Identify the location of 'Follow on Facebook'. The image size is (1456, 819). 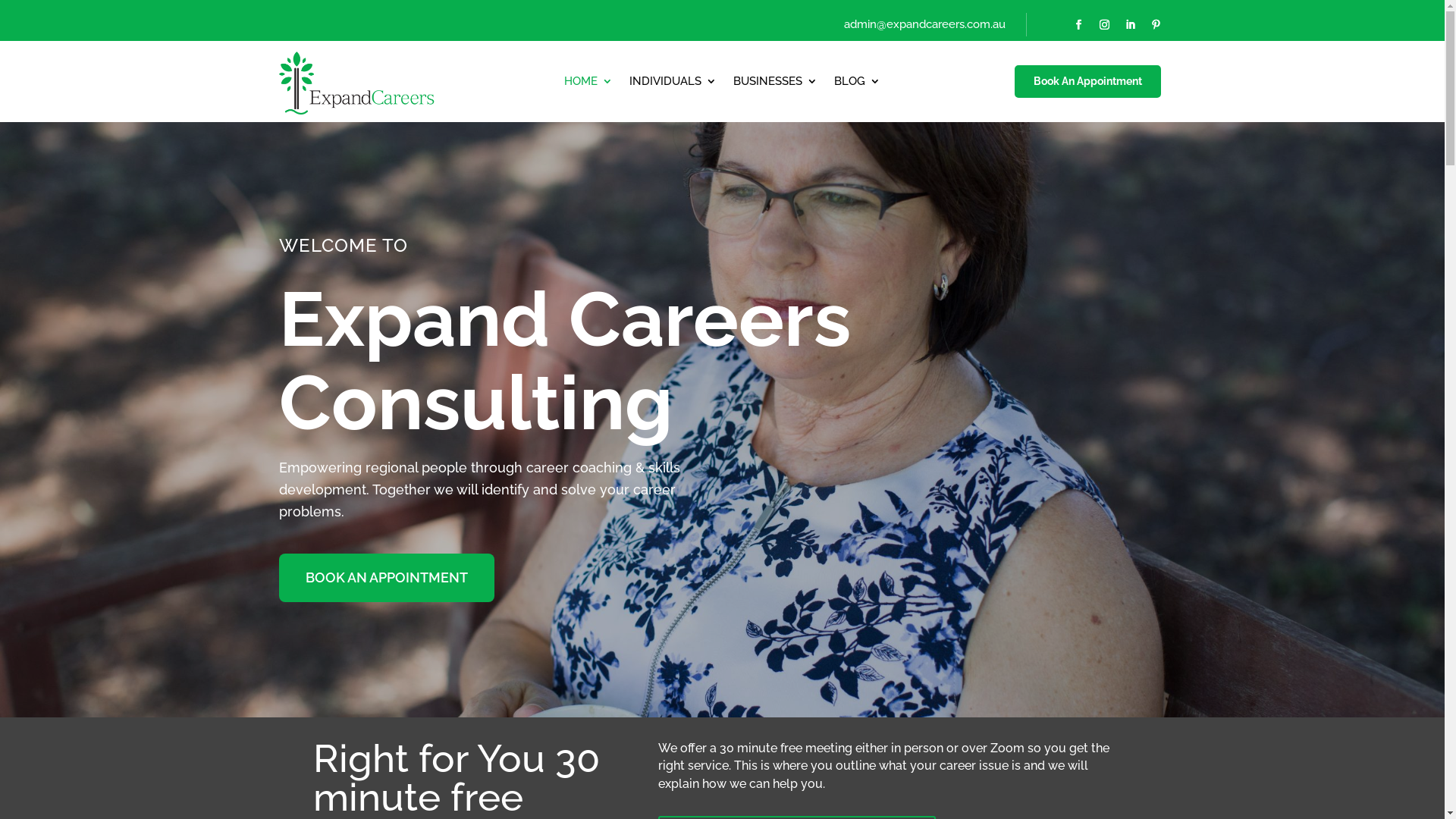
(1077, 25).